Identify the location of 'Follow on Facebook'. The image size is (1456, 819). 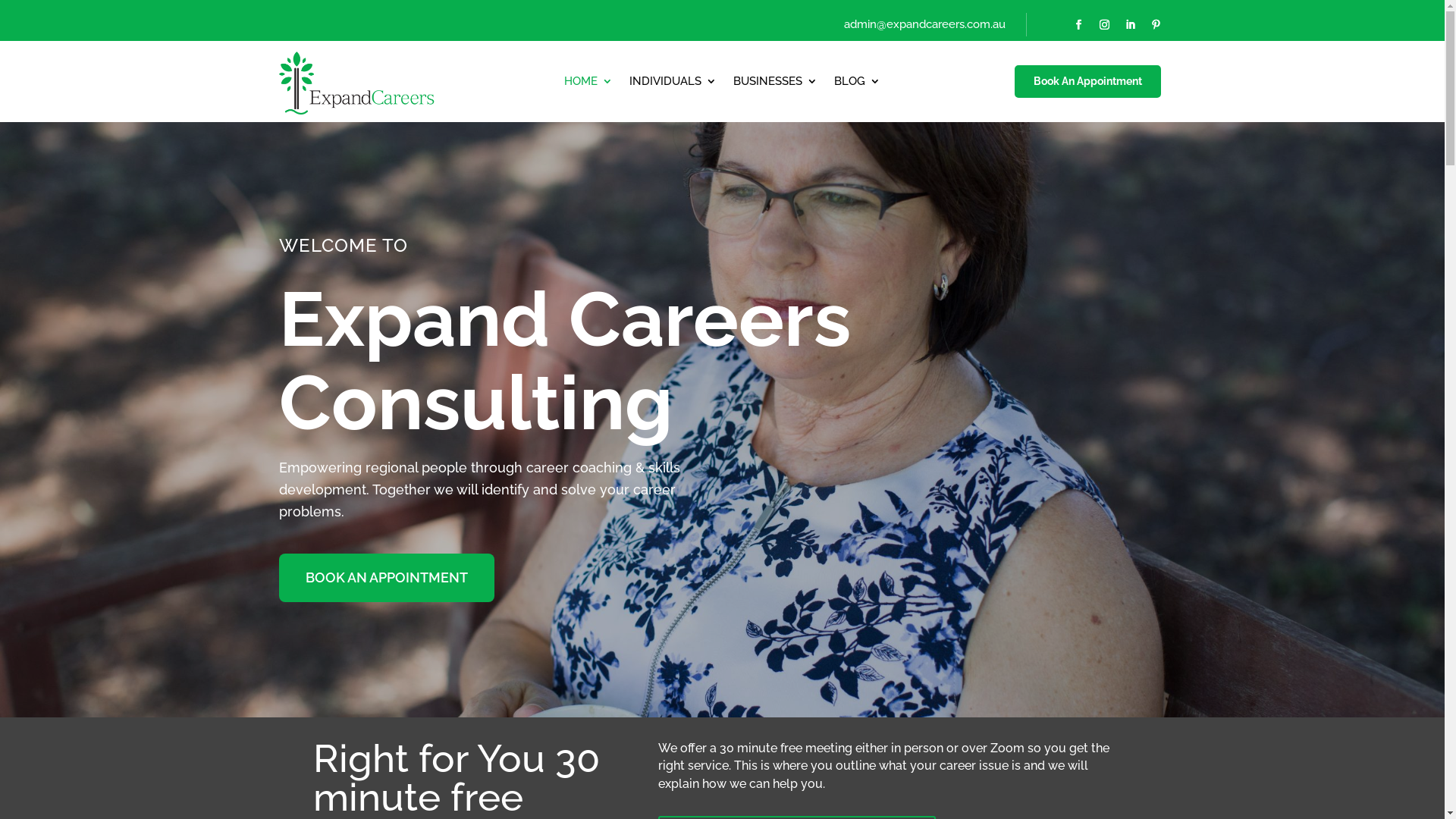
(1077, 25).